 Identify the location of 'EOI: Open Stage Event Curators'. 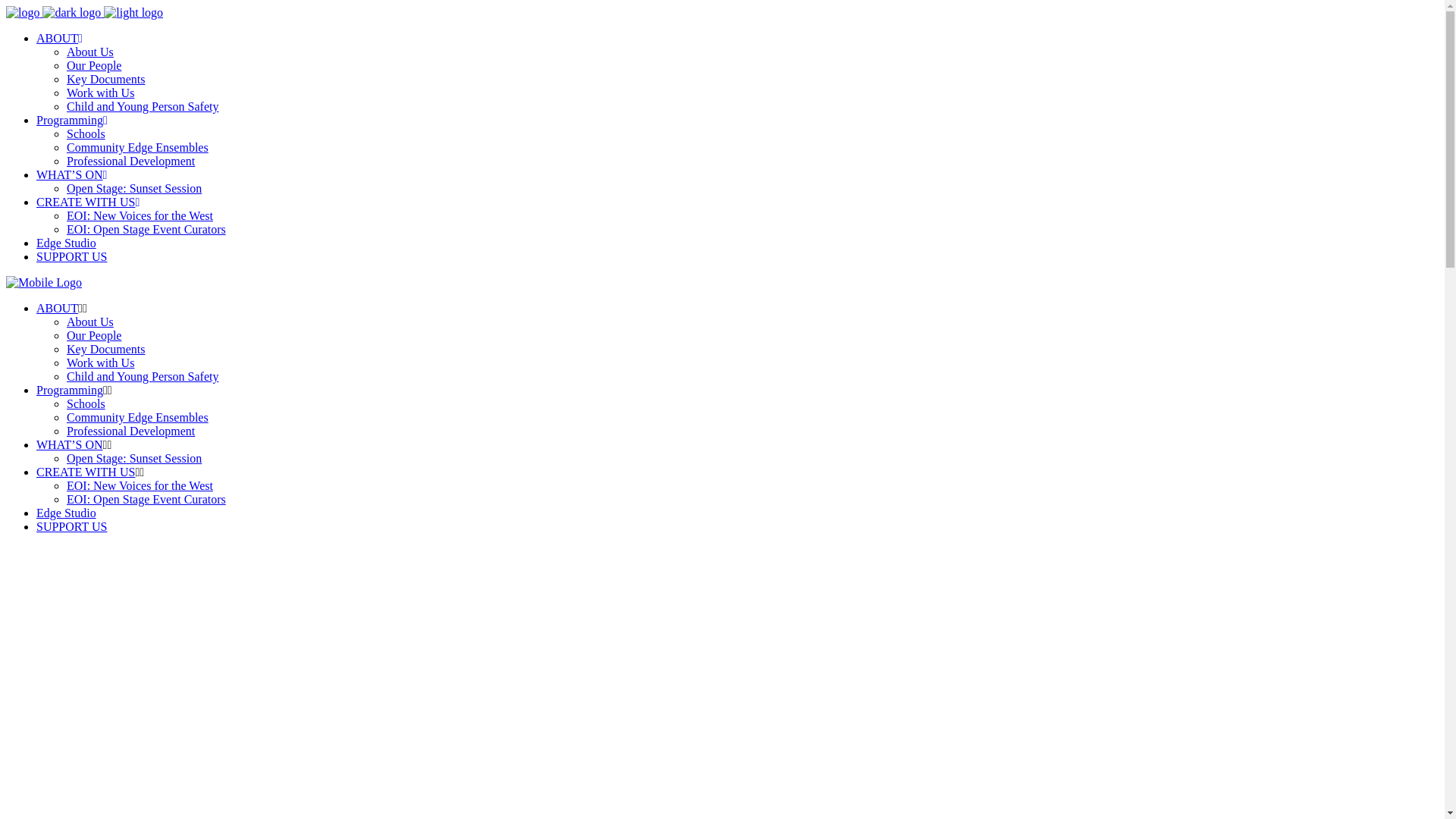
(146, 499).